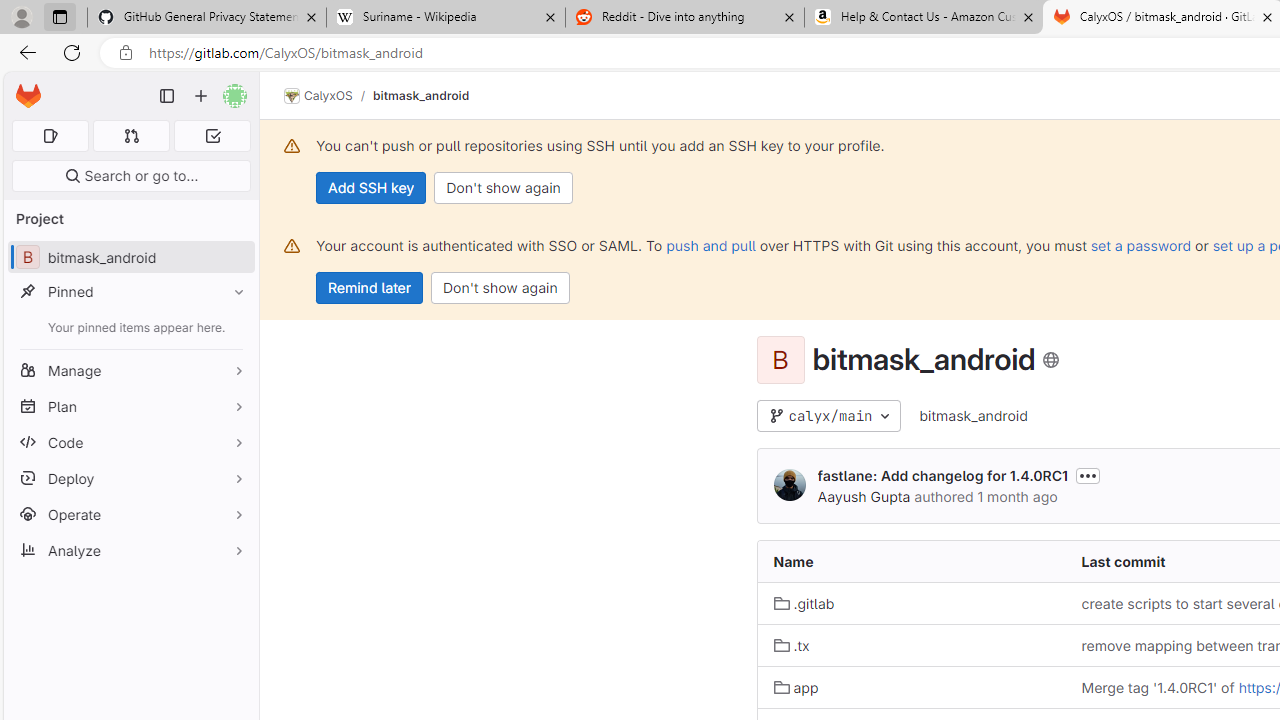 This screenshot has width=1280, height=720. What do you see at coordinates (130, 513) in the screenshot?
I see `'Operate'` at bounding box center [130, 513].